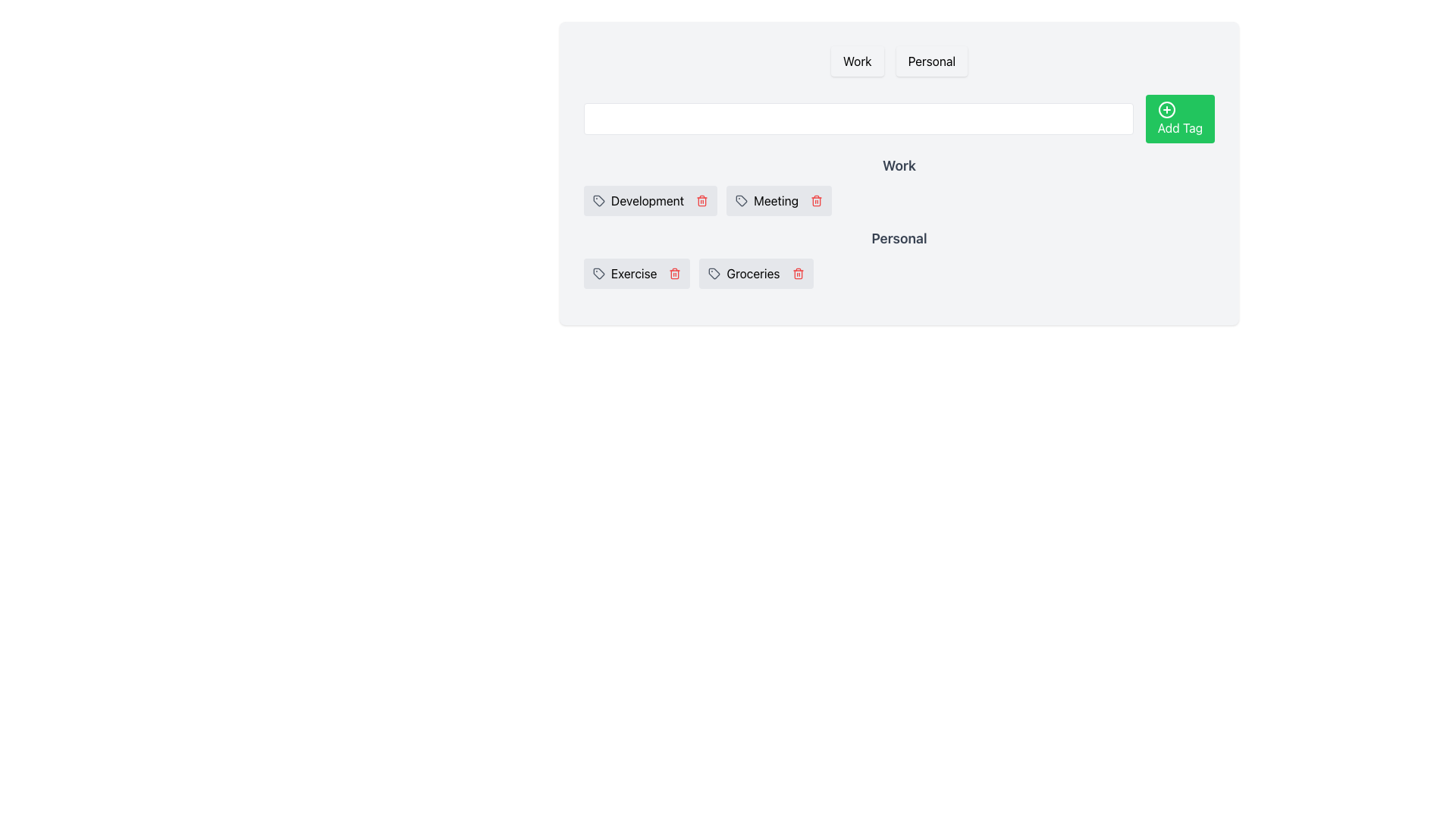  I want to click on the decorative or functional icon within the 'Add Tag' button, located to the right of the input field, so click(1166, 109).